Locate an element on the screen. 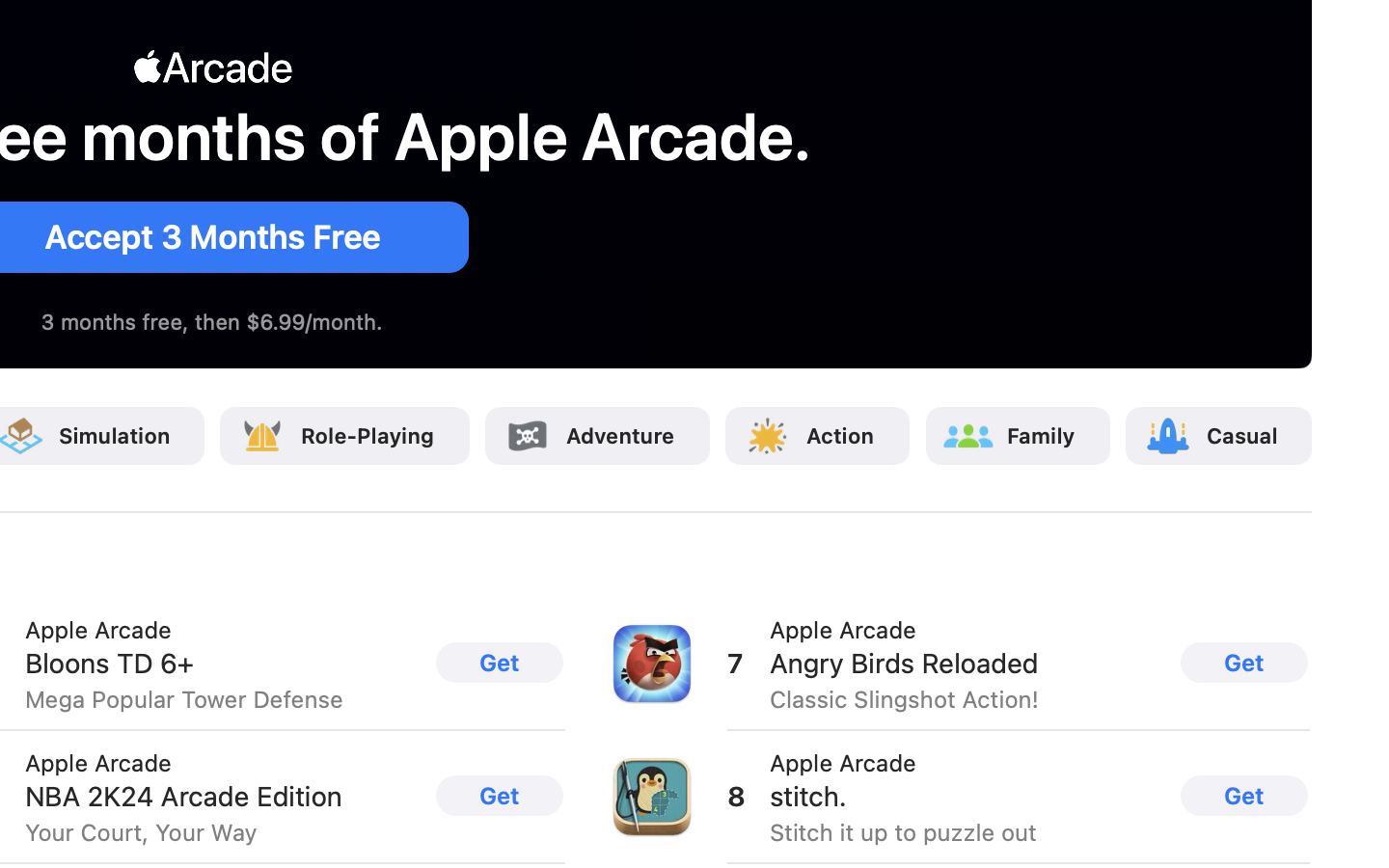  'Action' is located at coordinates (840, 434).